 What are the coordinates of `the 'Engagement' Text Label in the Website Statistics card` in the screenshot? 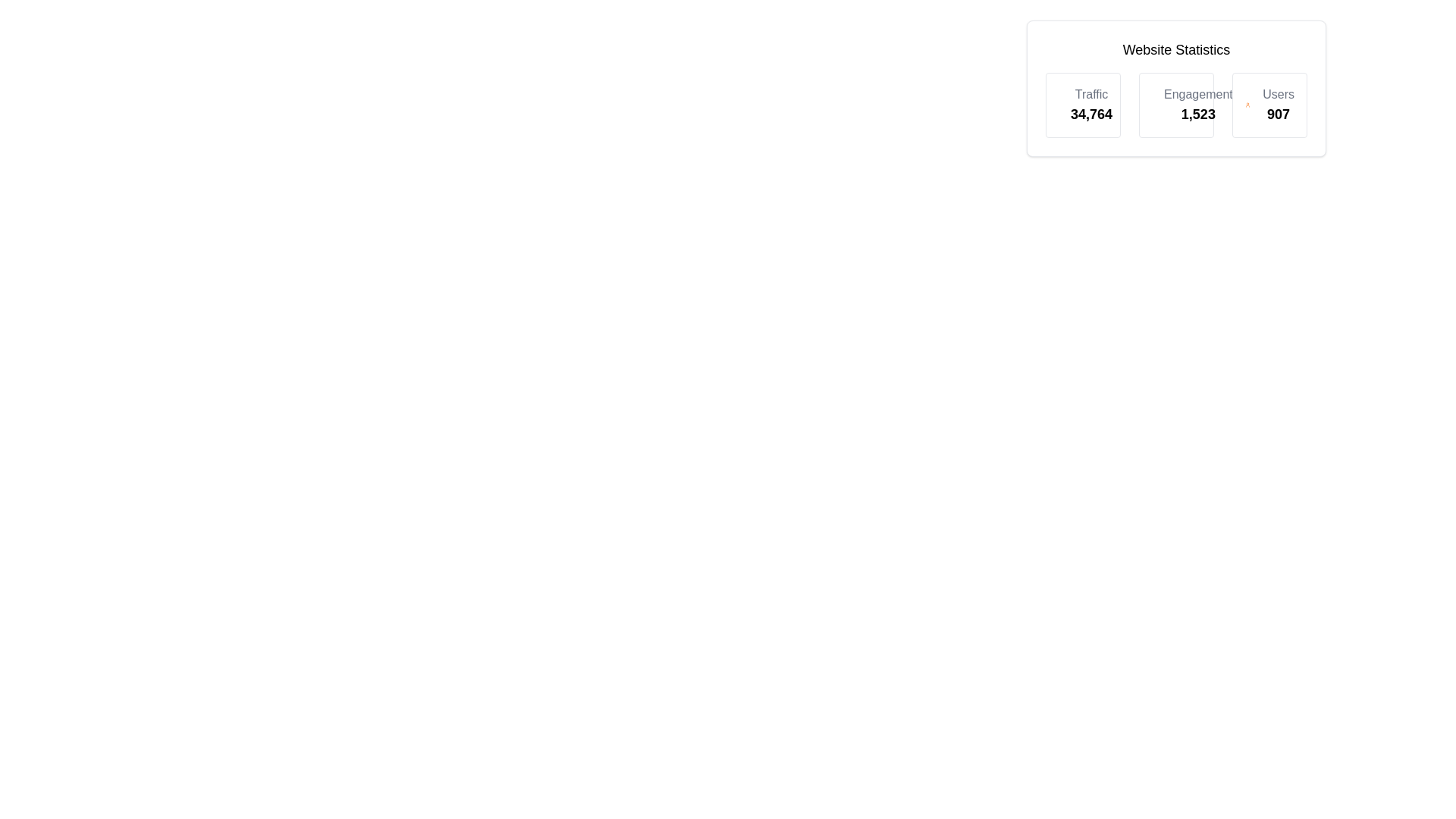 It's located at (1197, 94).